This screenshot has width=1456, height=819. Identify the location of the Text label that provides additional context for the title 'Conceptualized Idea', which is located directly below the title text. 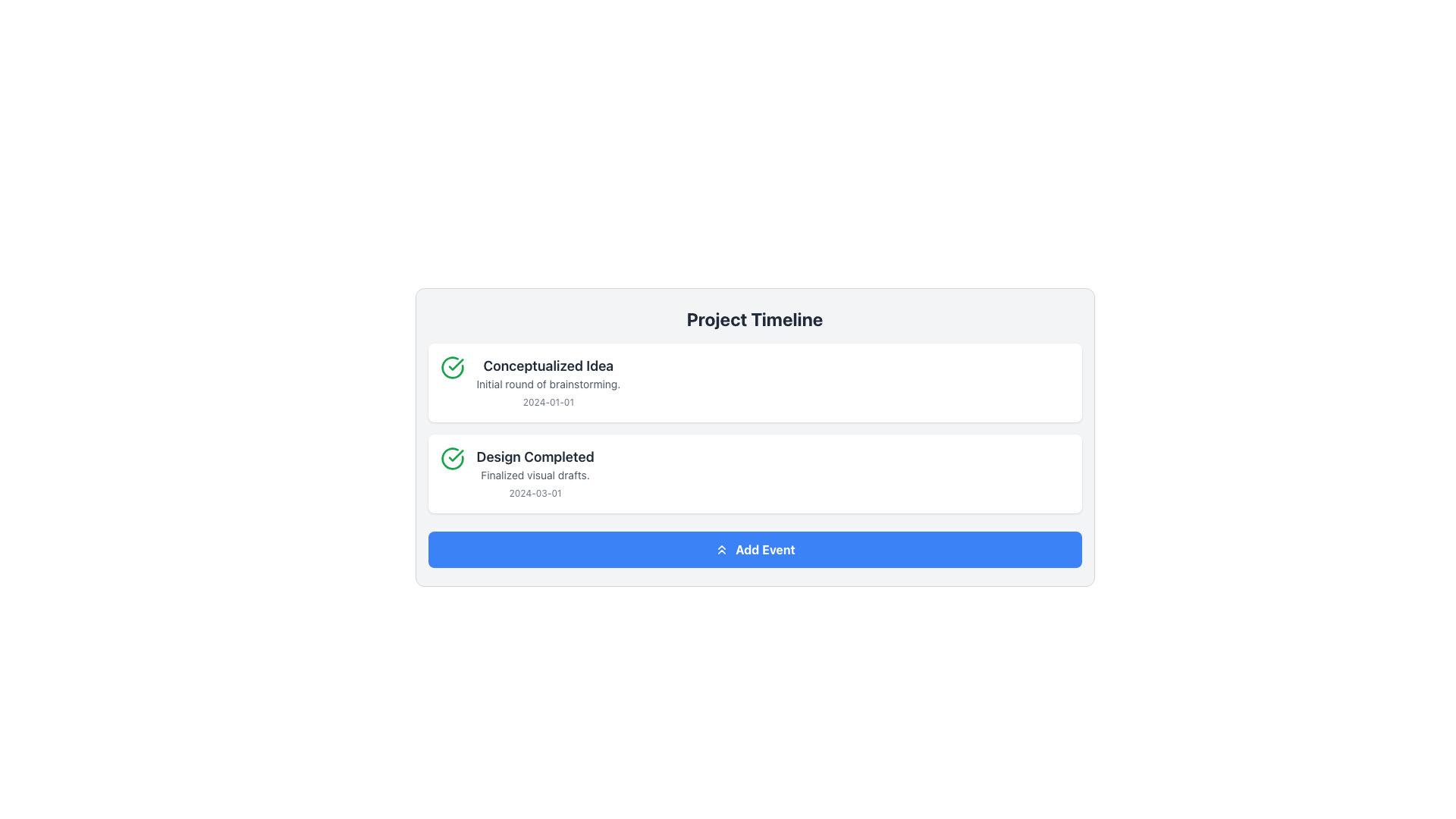
(548, 383).